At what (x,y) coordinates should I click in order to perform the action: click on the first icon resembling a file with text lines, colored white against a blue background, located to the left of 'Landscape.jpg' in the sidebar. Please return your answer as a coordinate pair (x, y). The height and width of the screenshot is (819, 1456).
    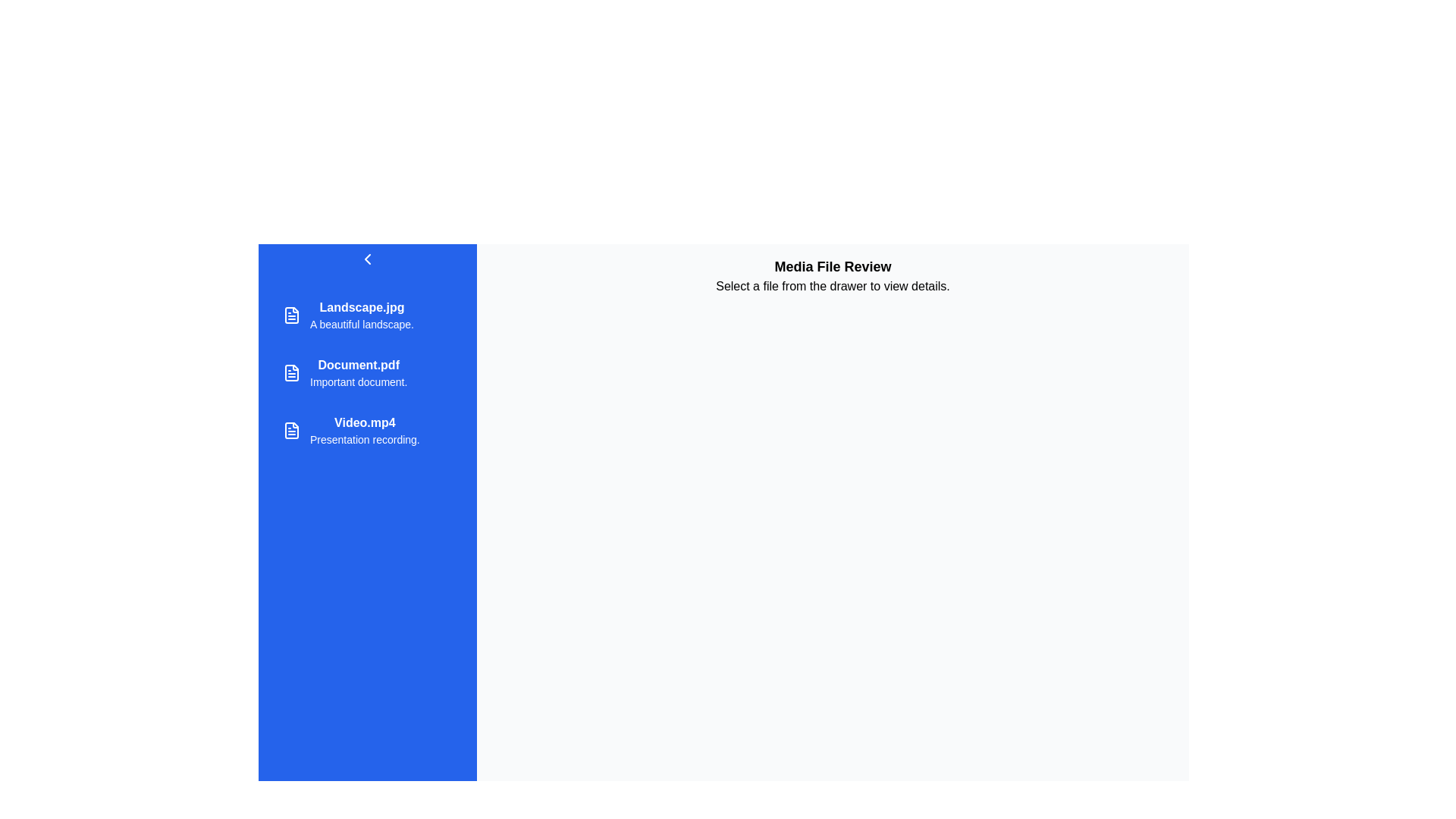
    Looking at the image, I should click on (291, 315).